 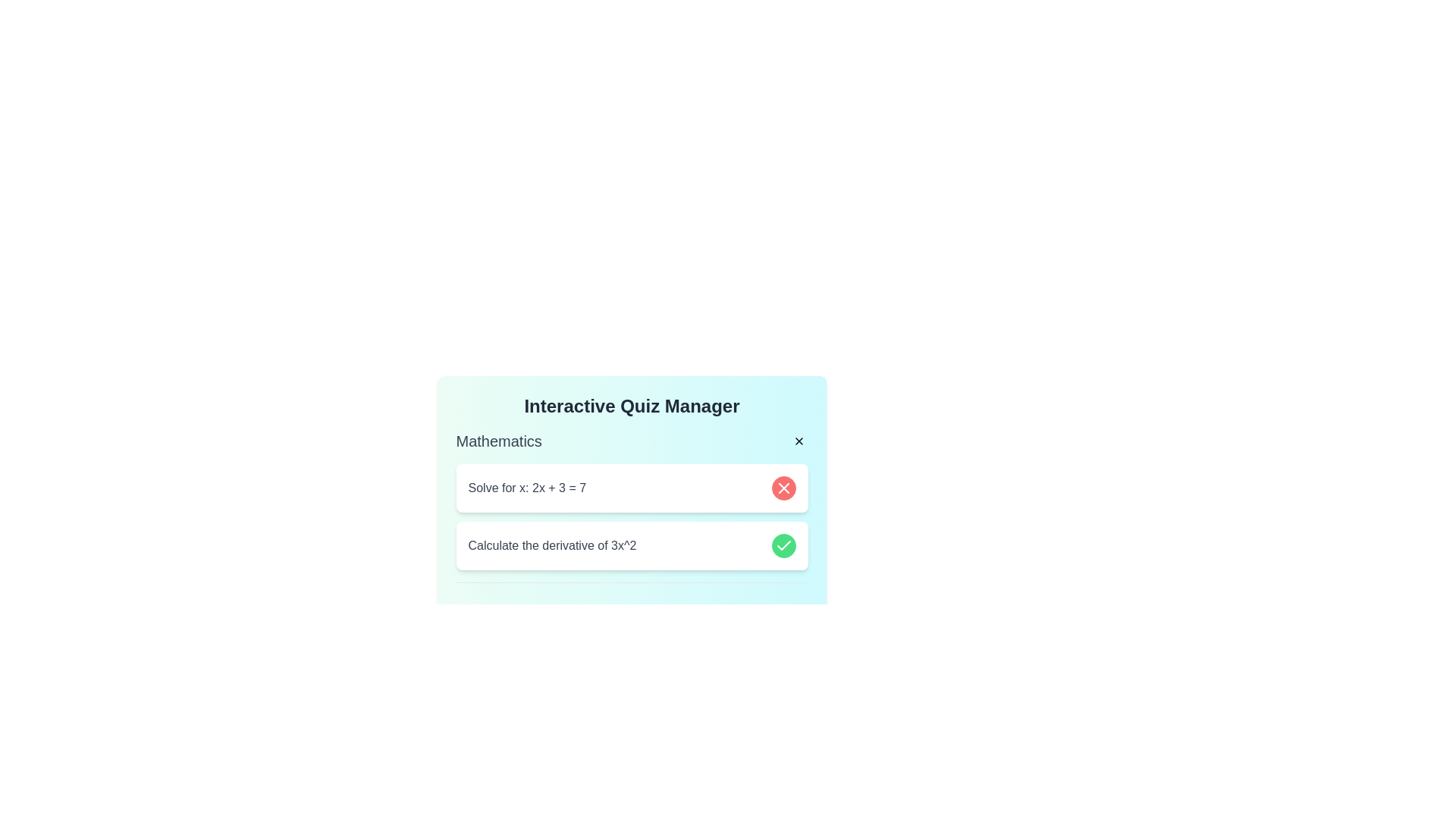 What do you see at coordinates (551, 546) in the screenshot?
I see `the static text displaying the mathematical question, which is located below the 'Solve for x: 2x + 3 = 7' text and to the left of a green checkmark icon` at bounding box center [551, 546].